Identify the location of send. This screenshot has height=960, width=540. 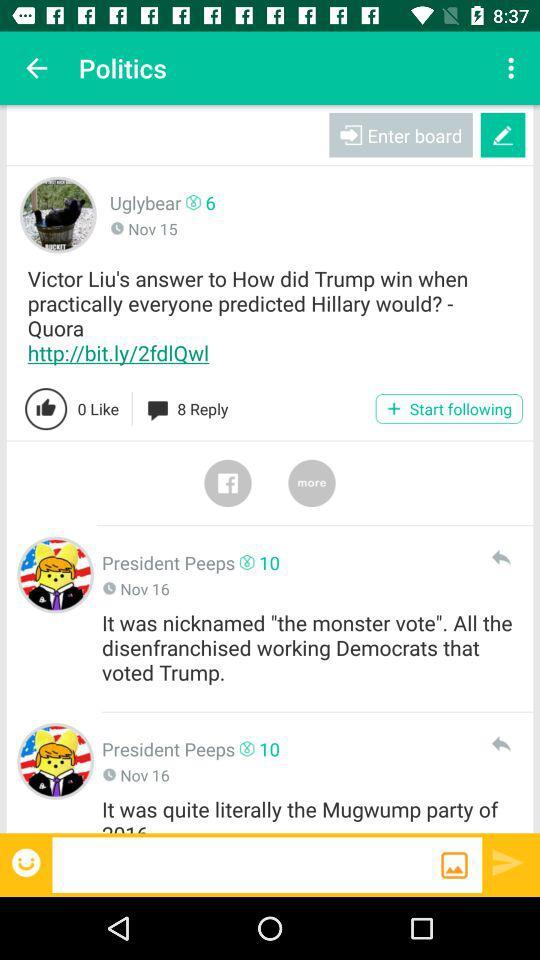
(508, 861).